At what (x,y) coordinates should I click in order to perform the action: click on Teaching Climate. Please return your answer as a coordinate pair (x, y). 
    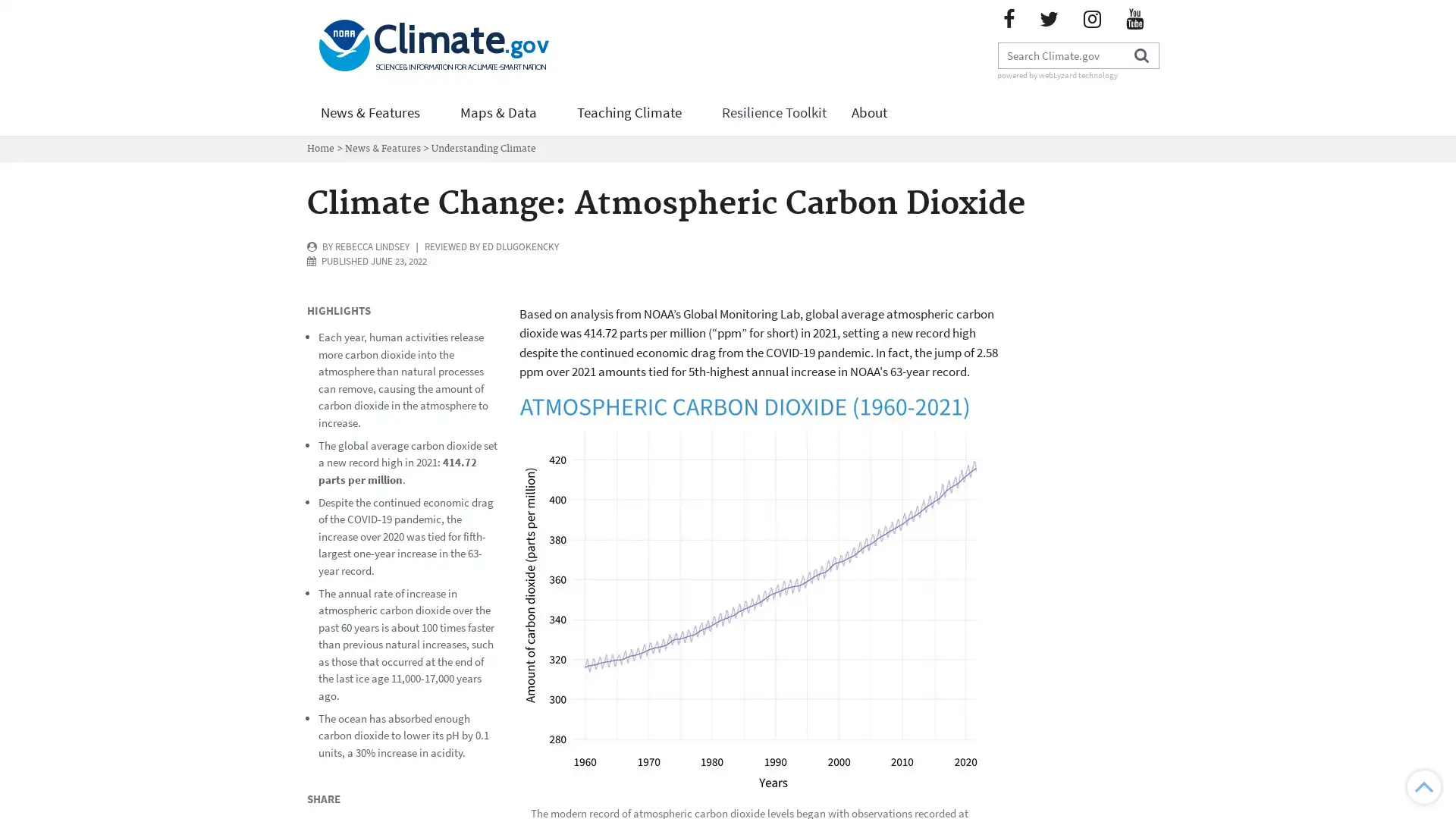
    Looking at the image, I should click on (637, 111).